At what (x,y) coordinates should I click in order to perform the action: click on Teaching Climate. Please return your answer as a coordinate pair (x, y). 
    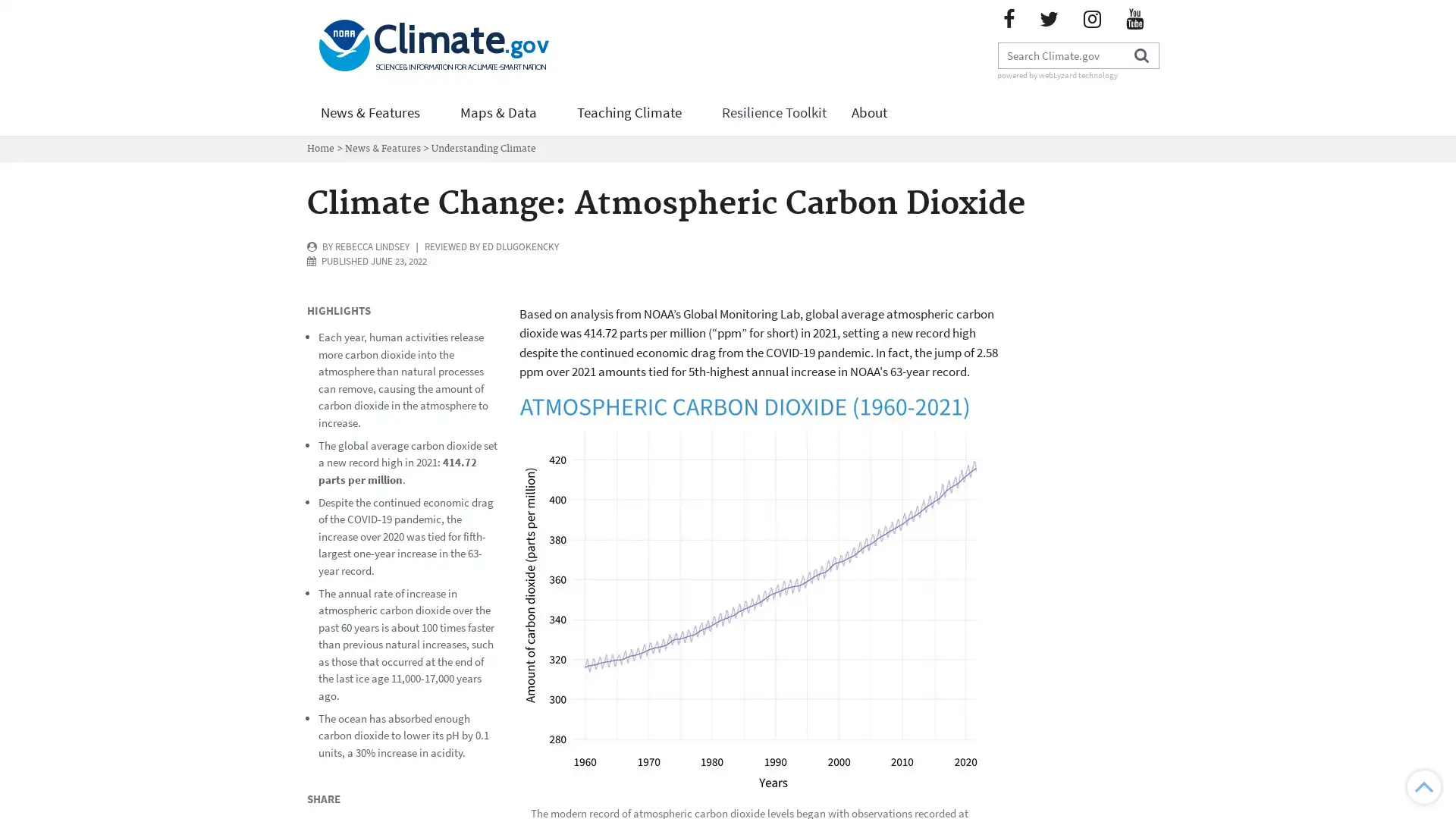
    Looking at the image, I should click on (637, 111).